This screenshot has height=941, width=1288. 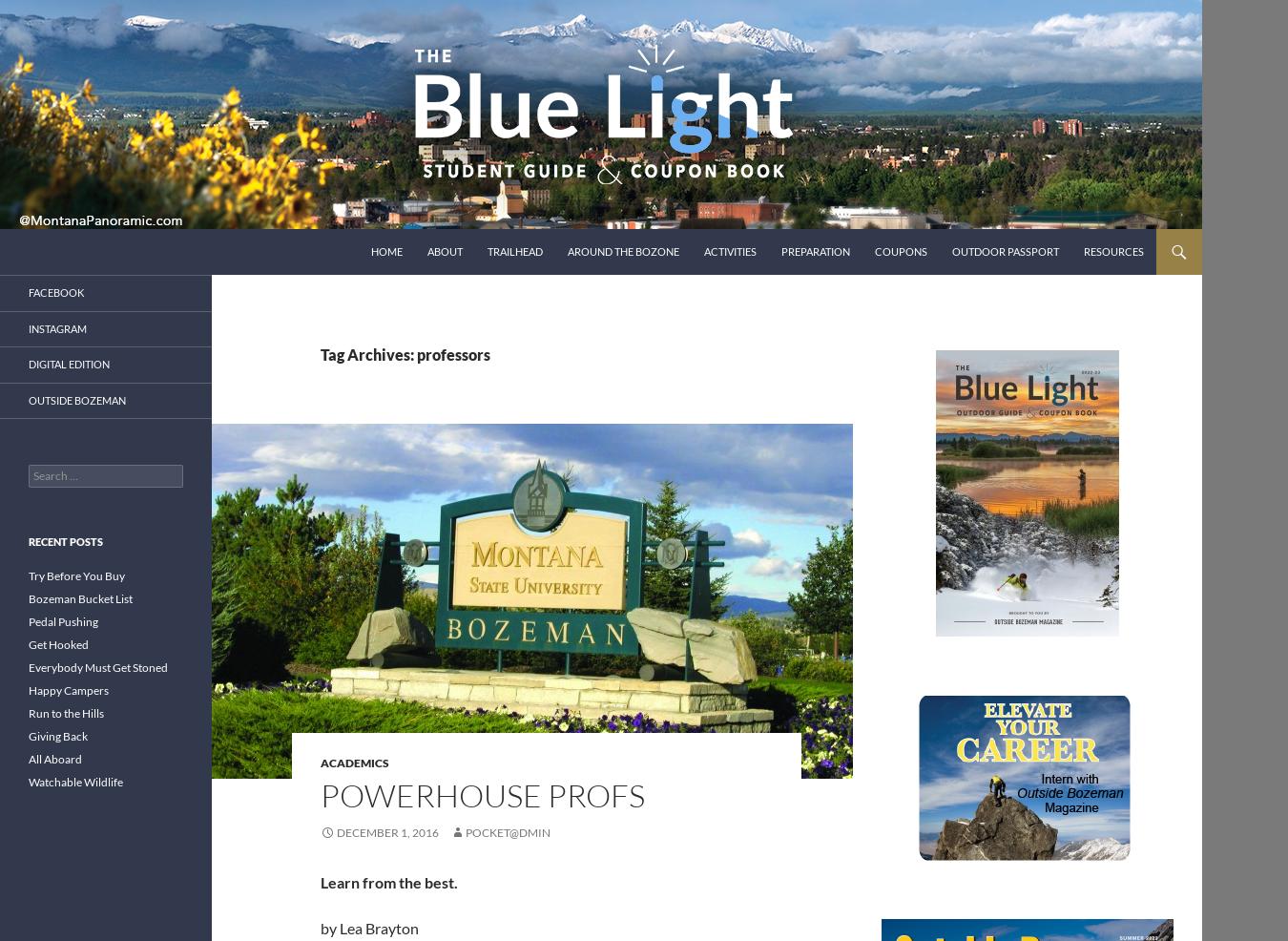 What do you see at coordinates (567, 251) in the screenshot?
I see `'Around the Bozone'` at bounding box center [567, 251].